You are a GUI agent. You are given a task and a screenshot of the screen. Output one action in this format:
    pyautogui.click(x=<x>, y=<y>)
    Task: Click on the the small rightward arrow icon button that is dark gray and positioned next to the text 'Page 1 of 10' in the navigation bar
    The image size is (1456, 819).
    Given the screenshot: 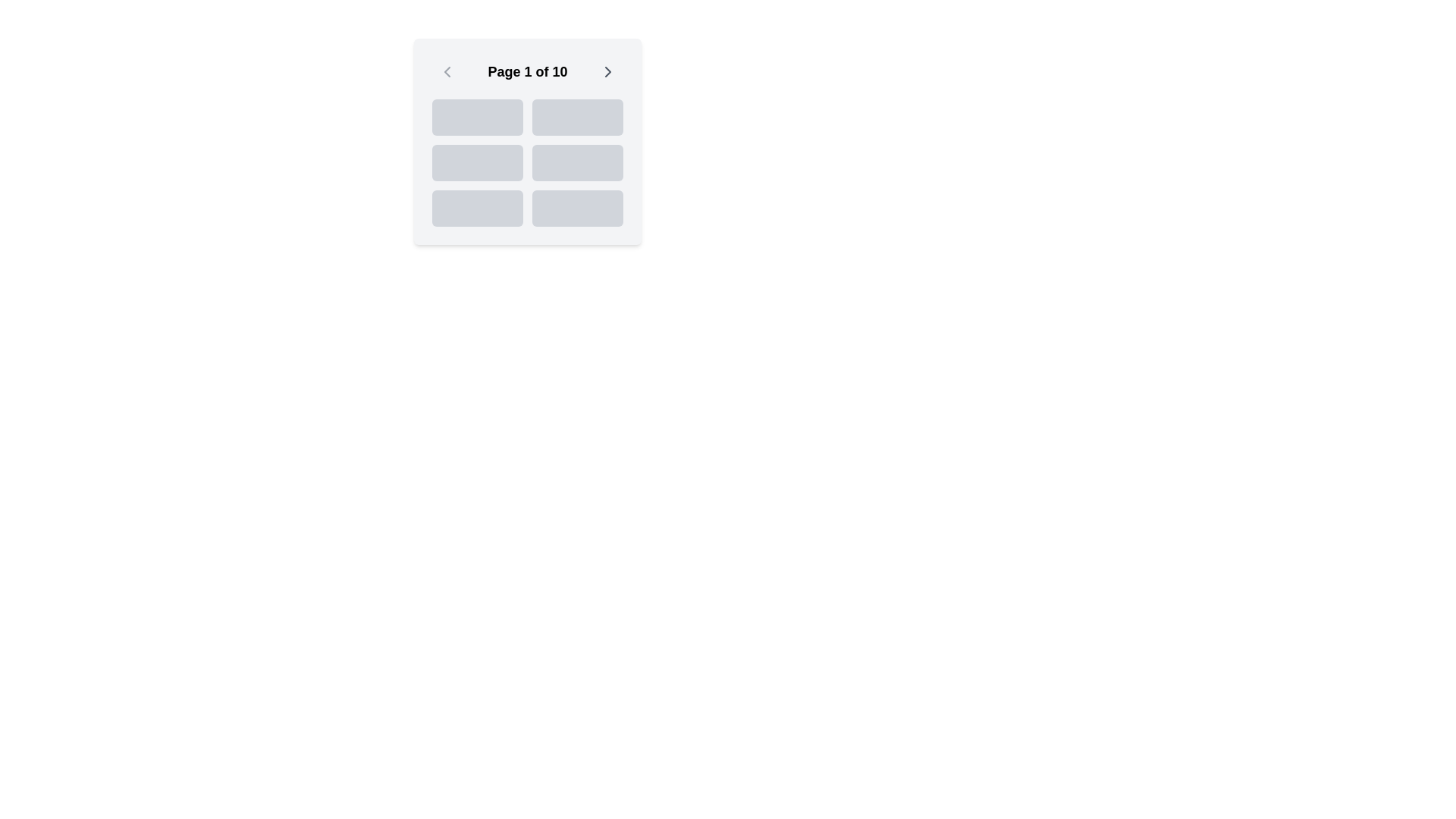 What is the action you would take?
    pyautogui.click(x=607, y=72)
    